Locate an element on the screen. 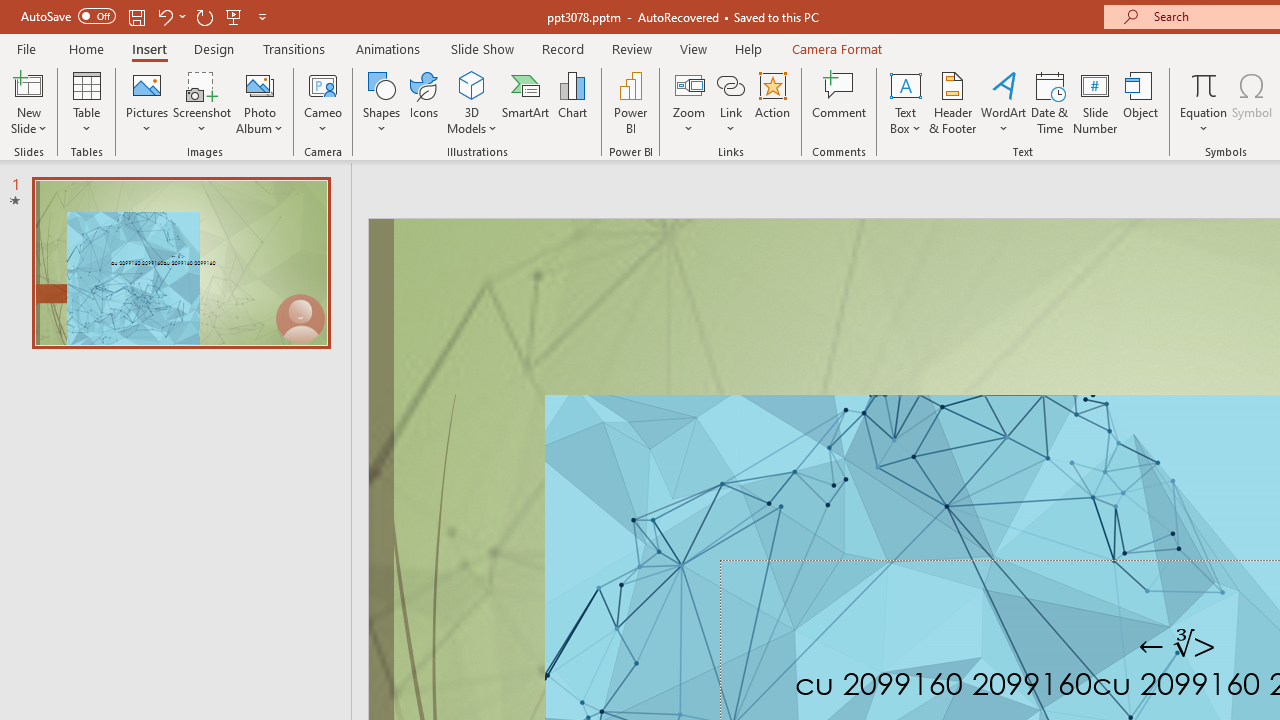 This screenshot has width=1280, height=720. 'Pictures' is located at coordinates (146, 103).